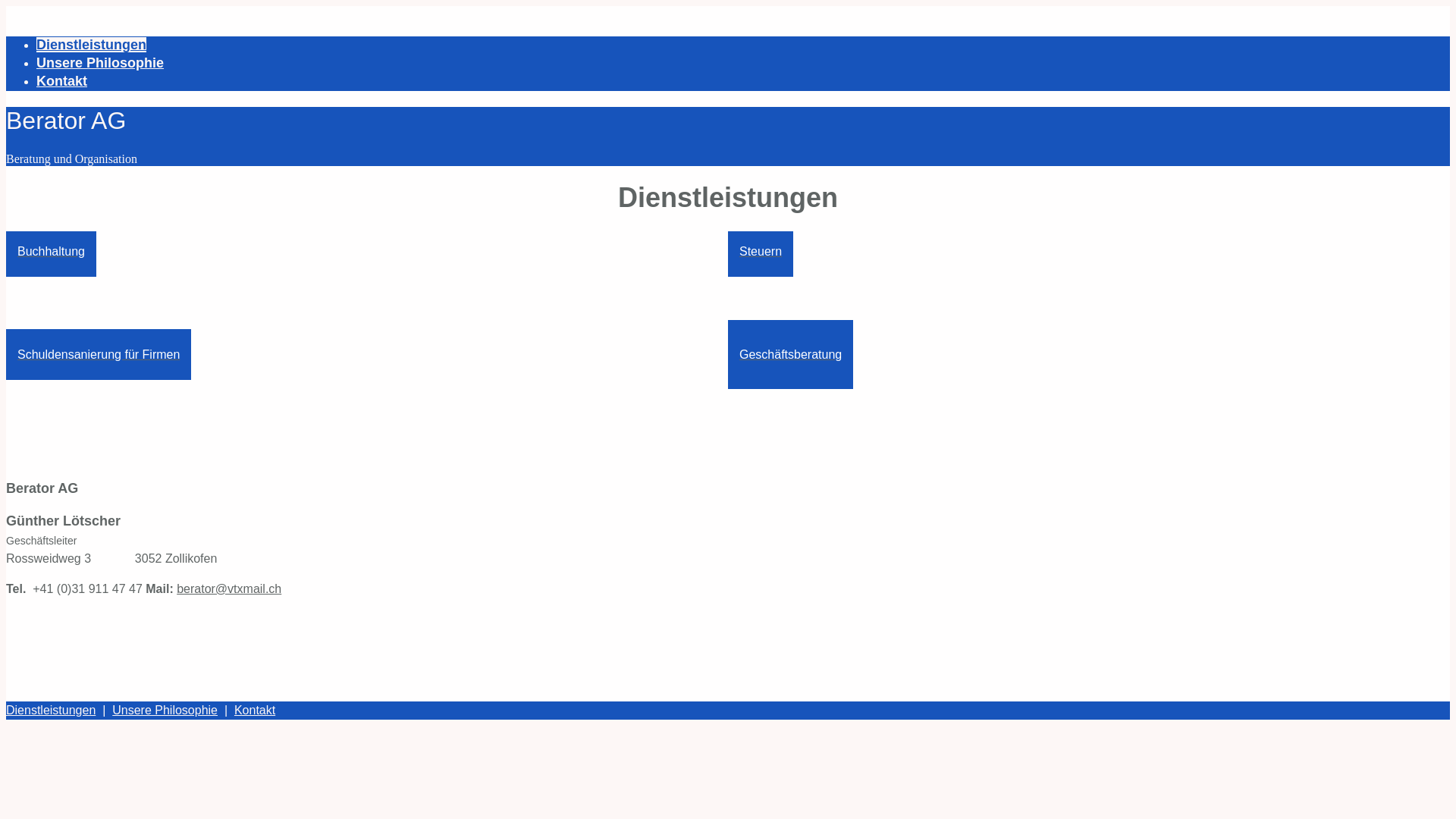  Describe the element at coordinates (51, 710) in the screenshot. I see `'Dienstleistungen'` at that location.